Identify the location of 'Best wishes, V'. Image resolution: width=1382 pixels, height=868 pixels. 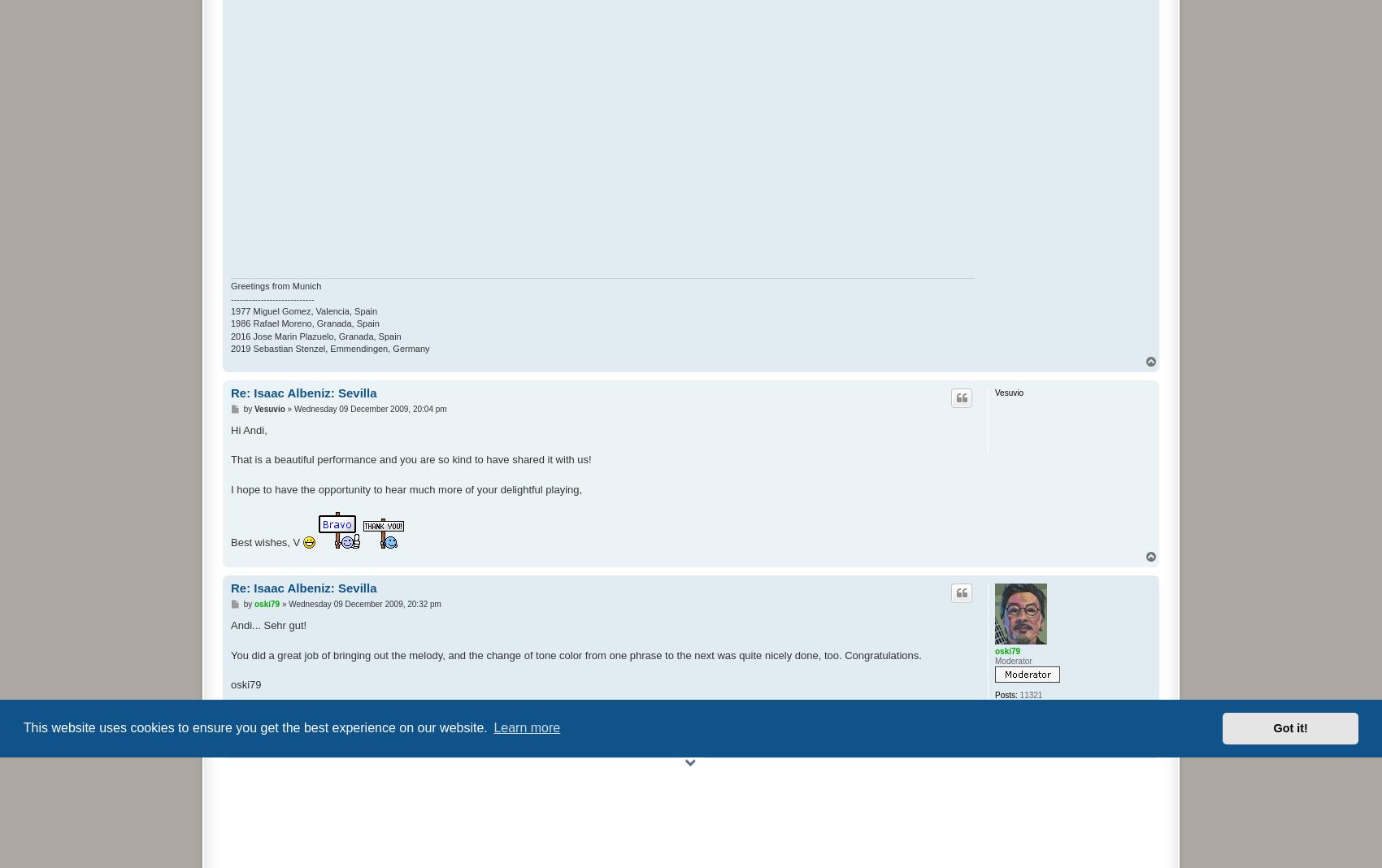
(231, 541).